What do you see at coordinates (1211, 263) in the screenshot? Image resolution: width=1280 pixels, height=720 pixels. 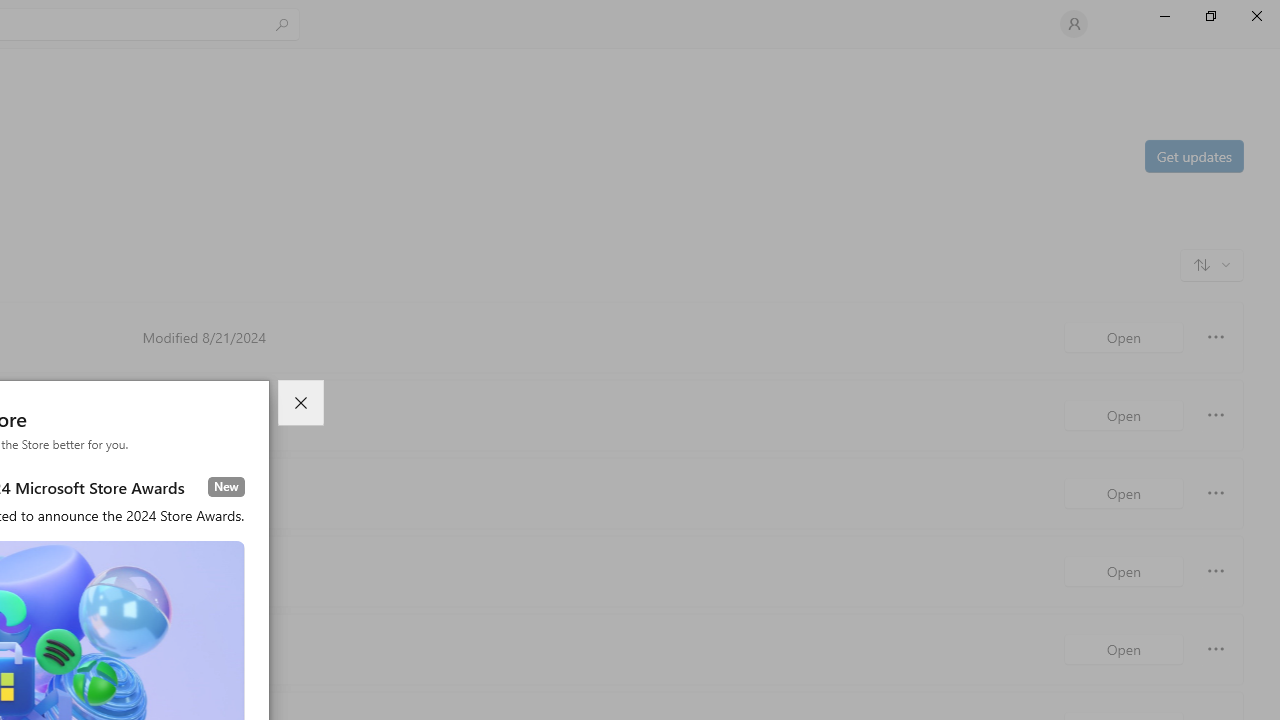 I see `'Sort and filter'` at bounding box center [1211, 263].